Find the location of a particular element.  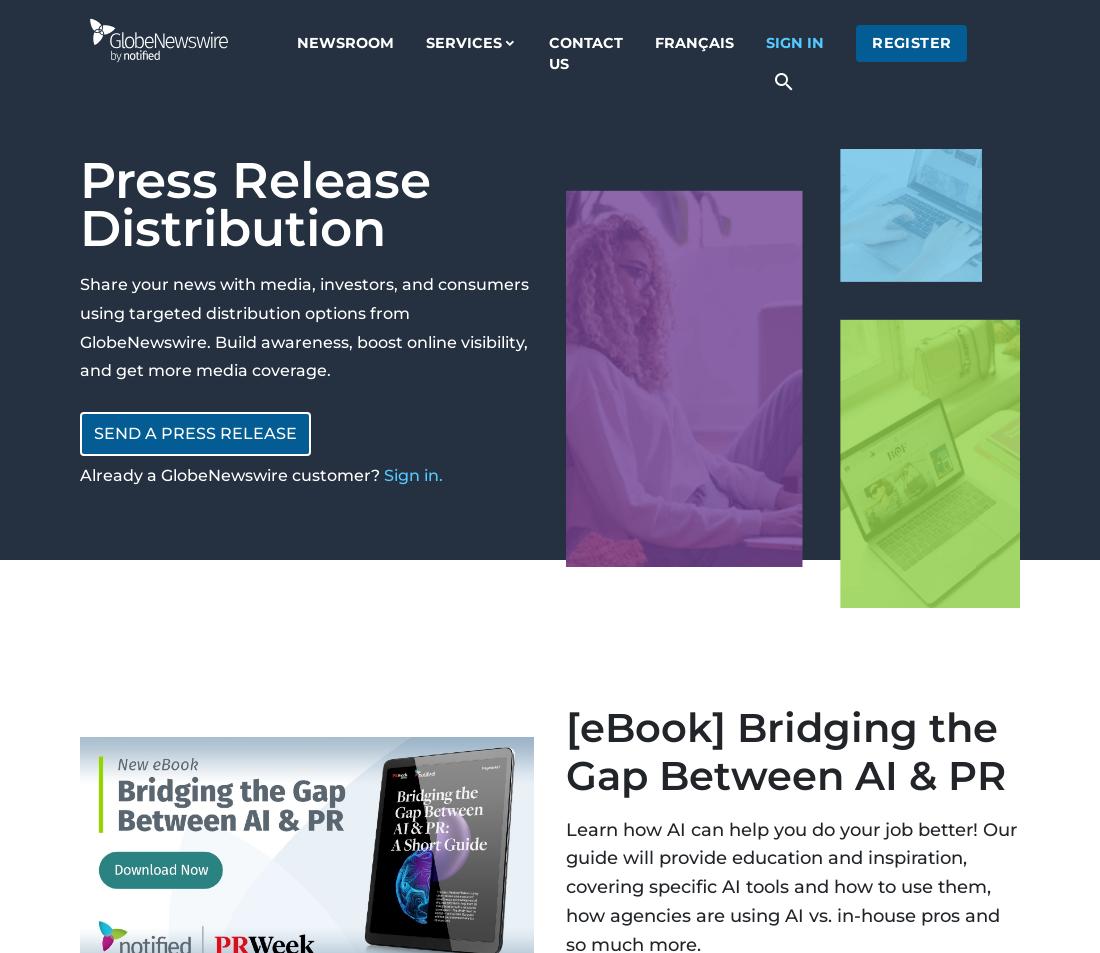

'Already a GlobeNewswire customer?' is located at coordinates (231, 474).